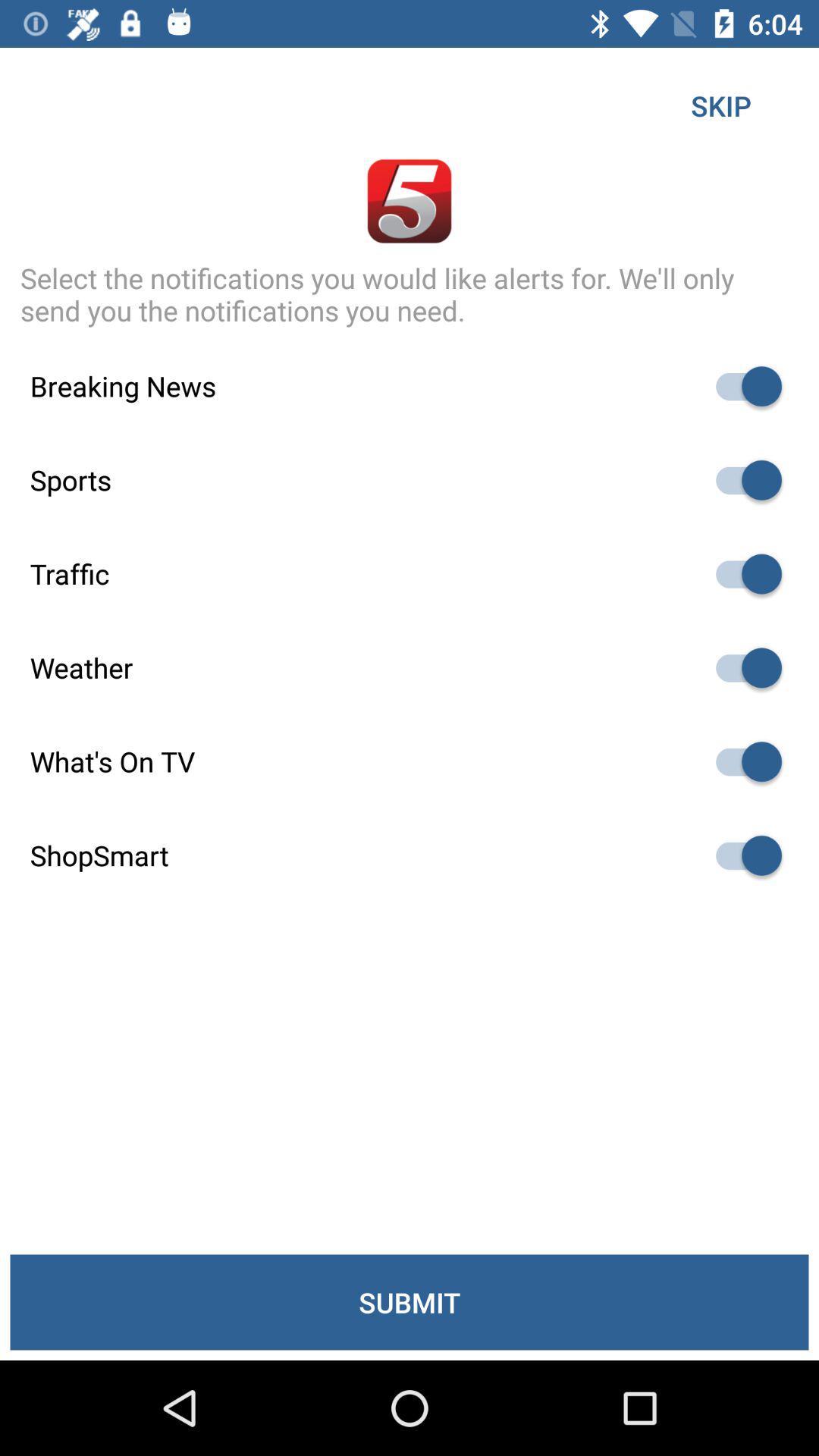  I want to click on submit, so click(409, 1301).